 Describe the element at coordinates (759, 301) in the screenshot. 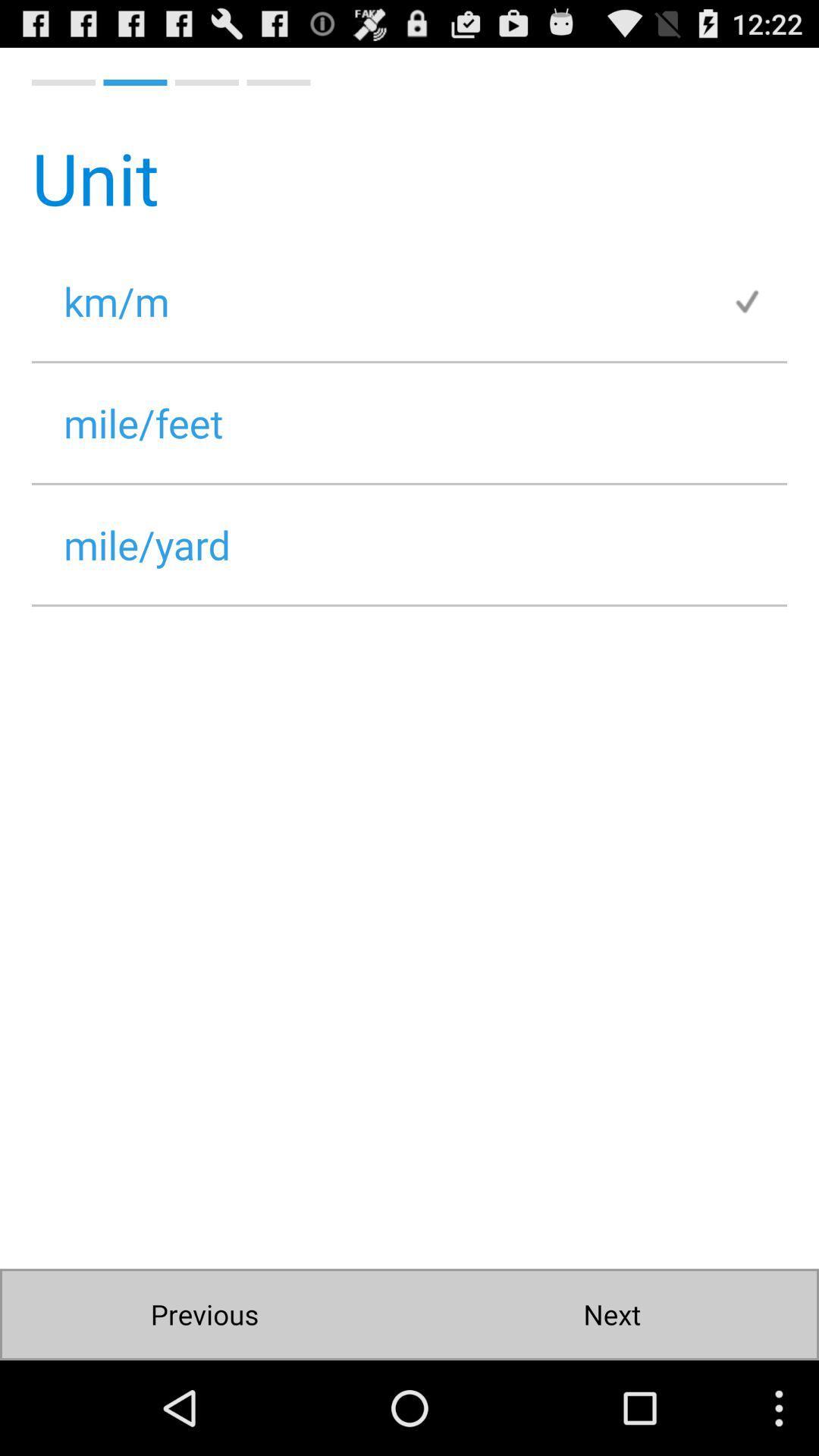

I see `app to the right of the km/m icon` at that location.